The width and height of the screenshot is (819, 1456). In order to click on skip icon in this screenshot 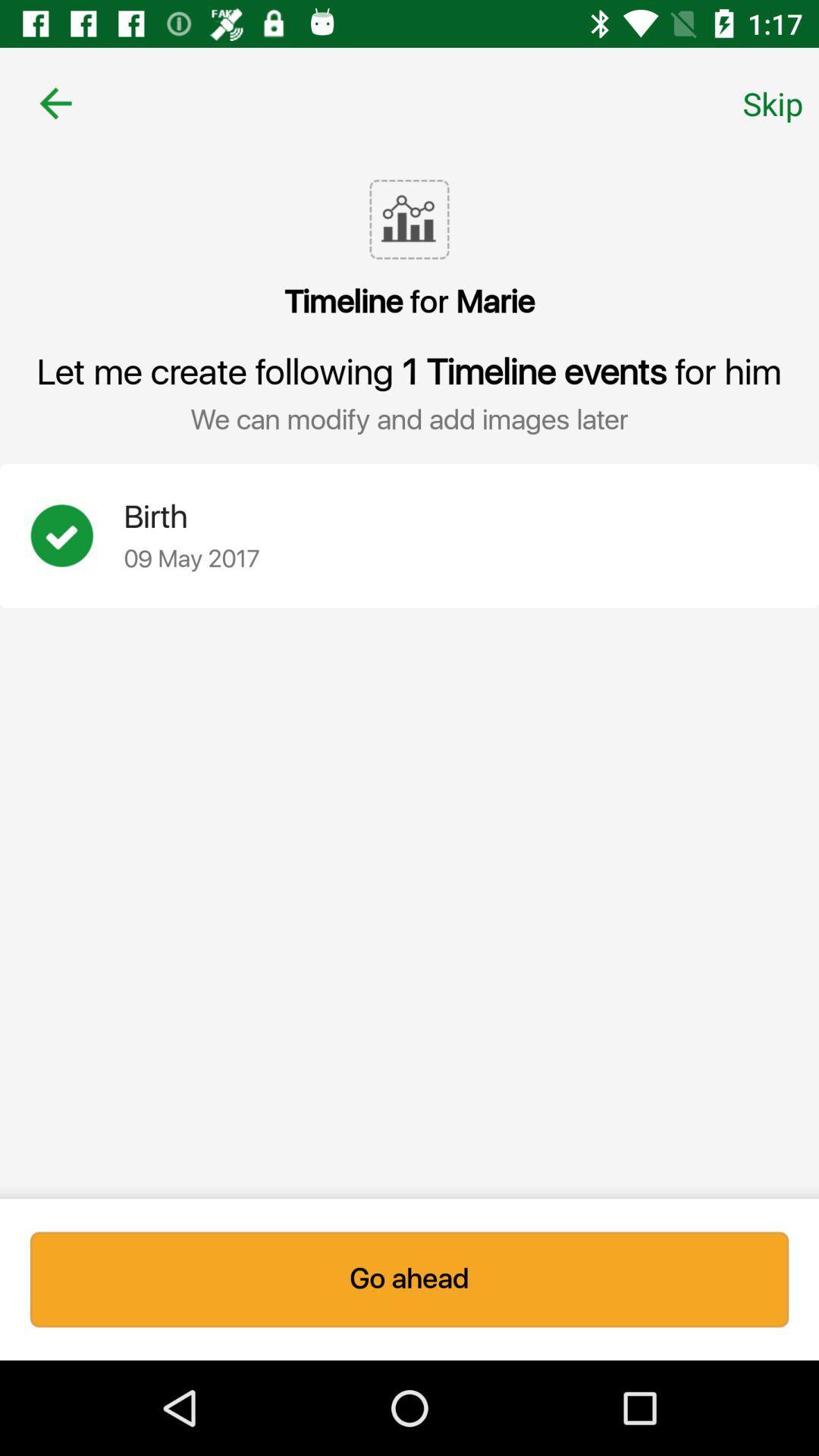, I will do `click(773, 102)`.